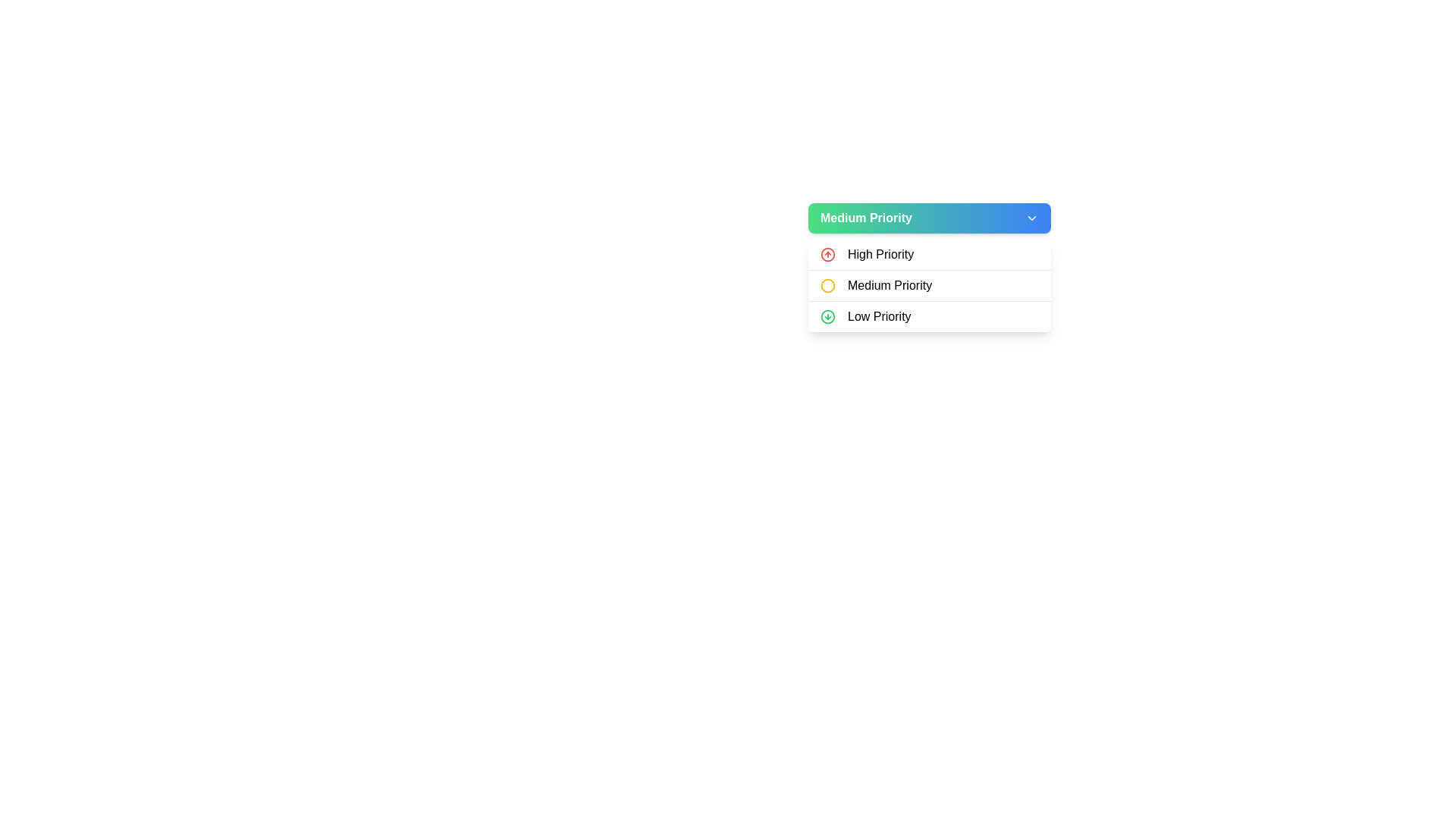  Describe the element at coordinates (827, 315) in the screenshot. I see `the circular icon with a green border and a central red downward arrow, which indicates the 'Low Priority' option in the pop-up dropdown menu` at that location.